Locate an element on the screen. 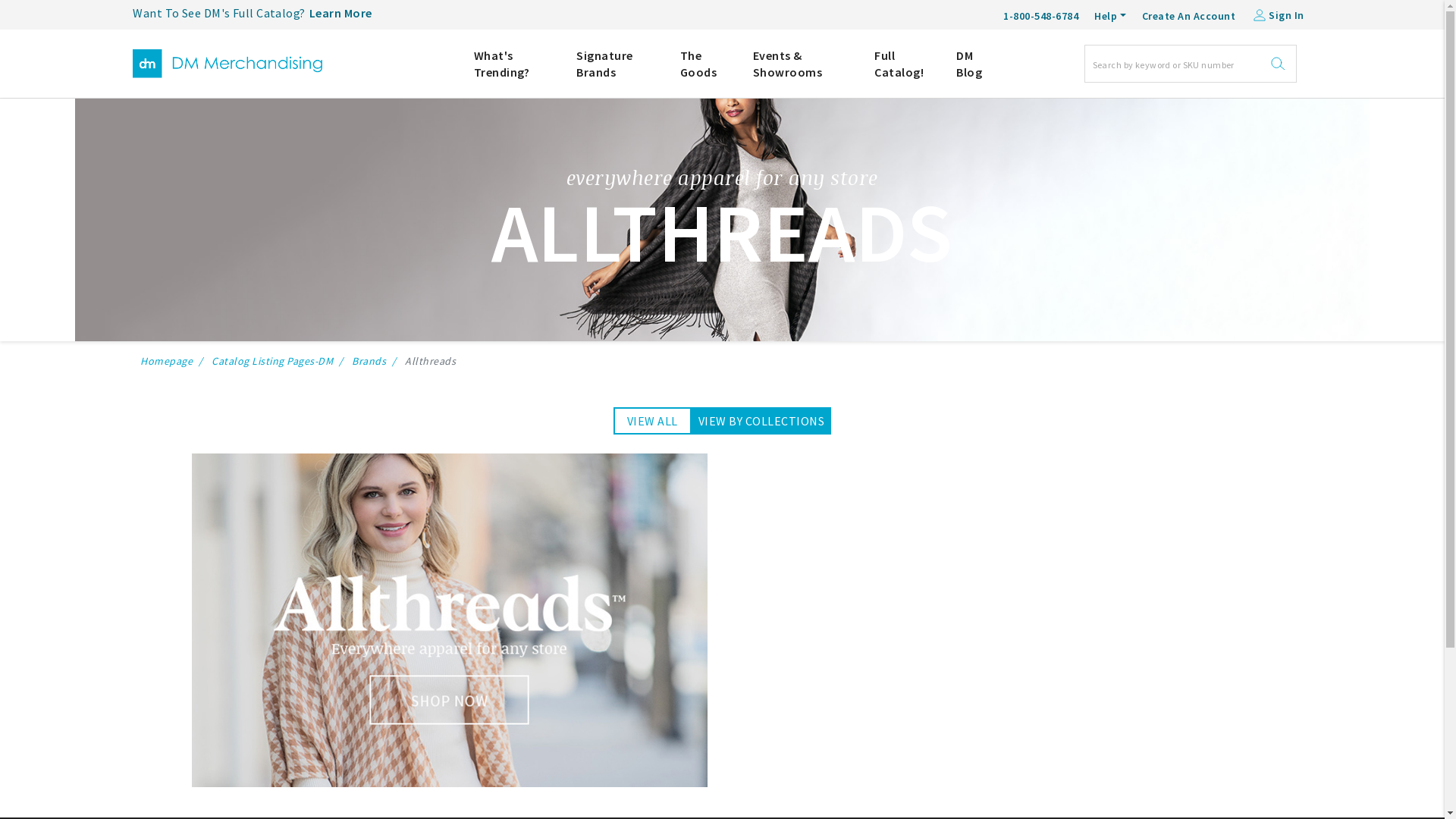 The image size is (1456, 819). 'Help' is located at coordinates (1110, 16).